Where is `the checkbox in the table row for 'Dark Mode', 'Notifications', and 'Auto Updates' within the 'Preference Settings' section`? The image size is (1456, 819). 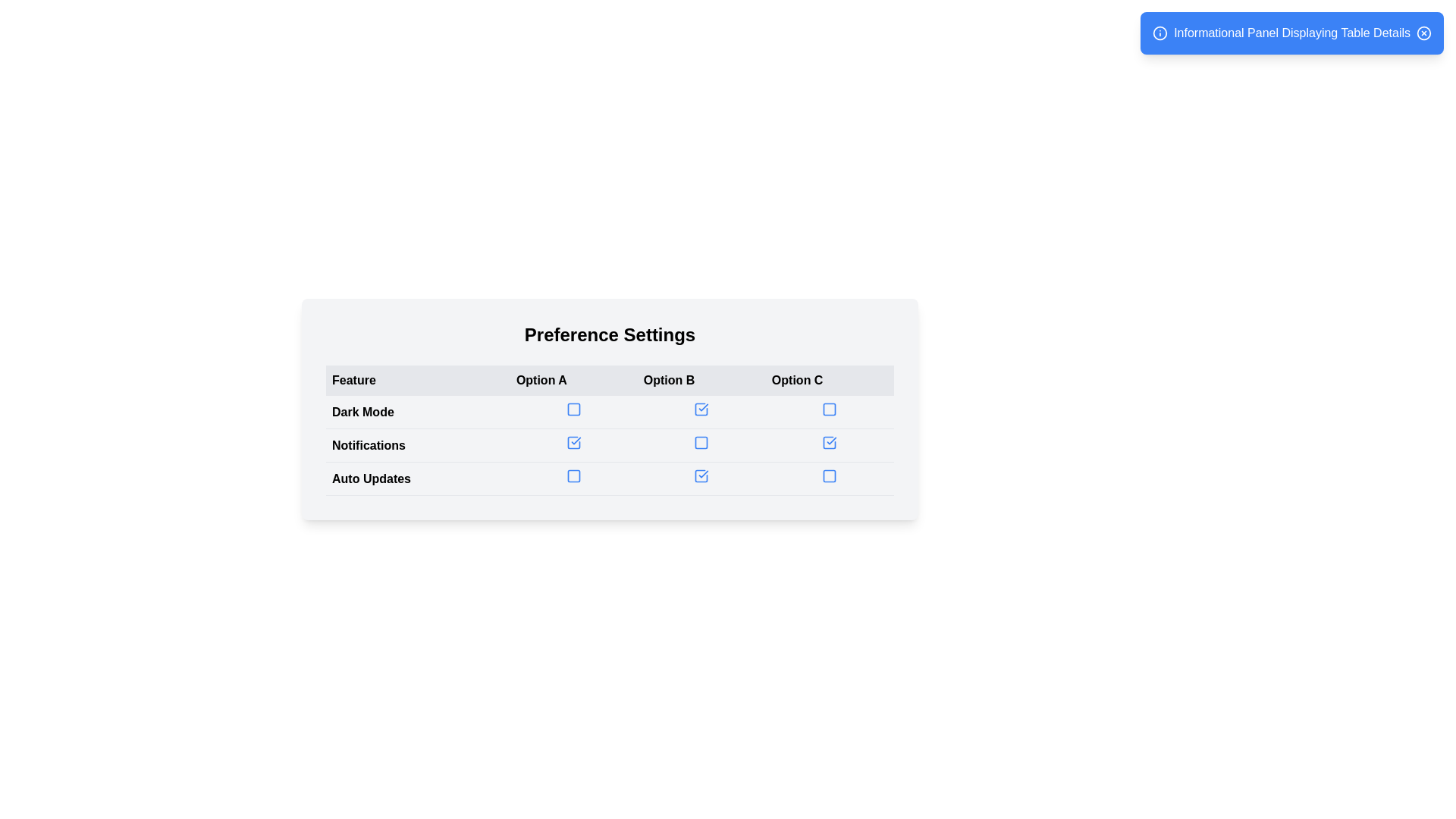
the checkbox in the table row for 'Dark Mode', 'Notifications', and 'Auto Updates' within the 'Preference Settings' section is located at coordinates (610, 444).